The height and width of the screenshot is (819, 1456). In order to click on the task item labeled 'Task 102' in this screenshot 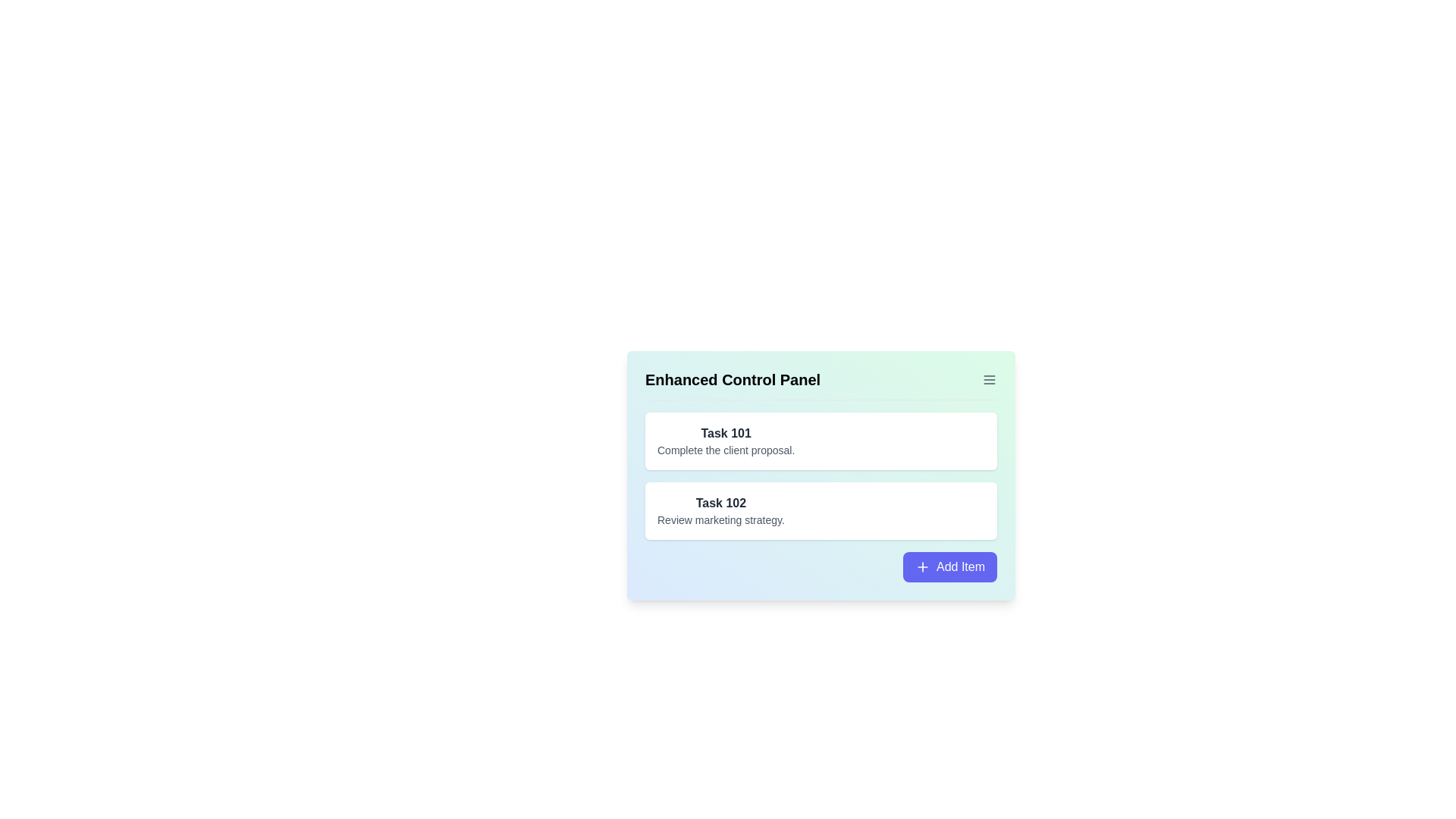, I will do `click(720, 511)`.